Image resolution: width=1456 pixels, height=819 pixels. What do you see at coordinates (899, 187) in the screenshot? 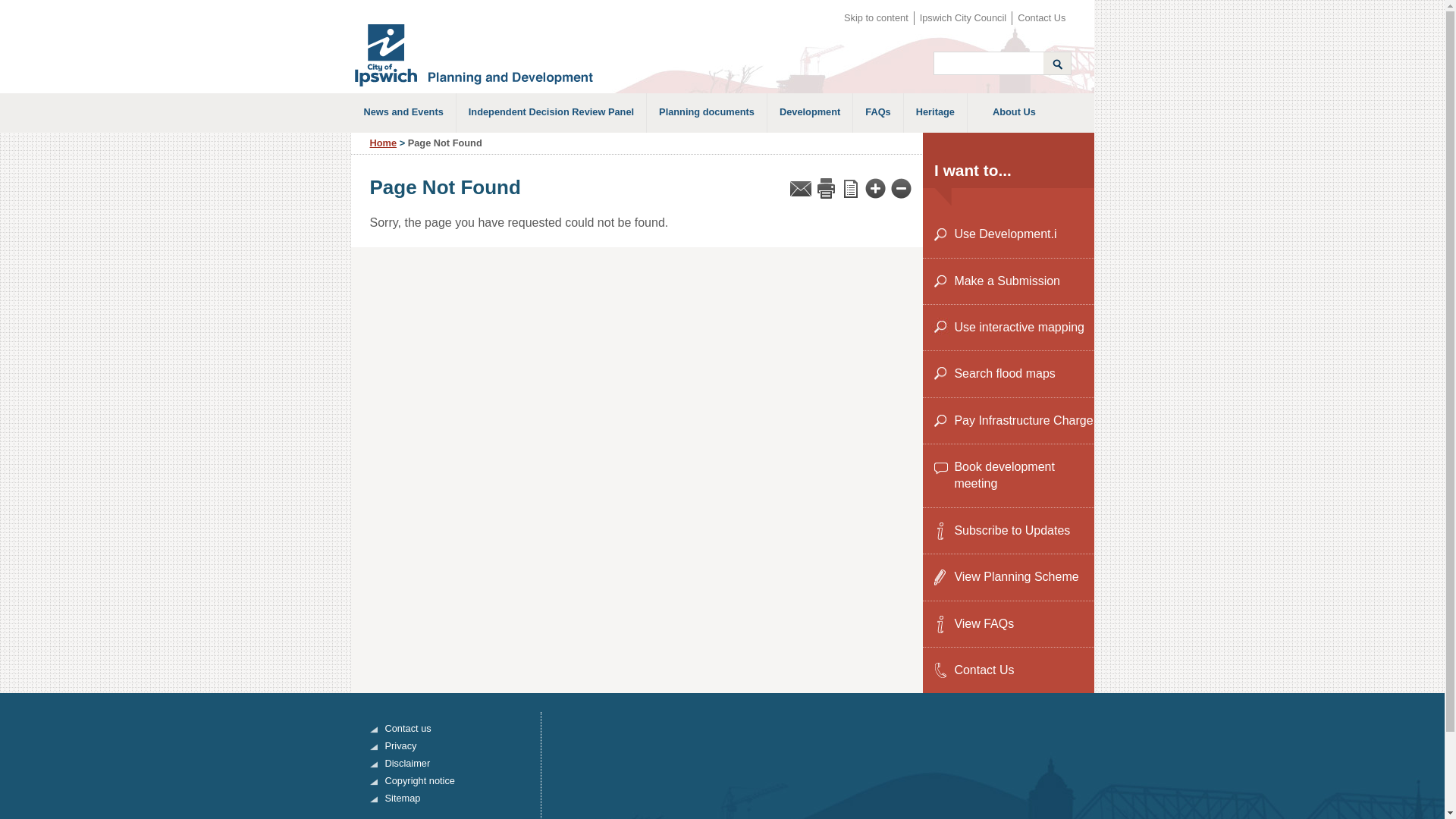
I see `'Decrease font size'` at bounding box center [899, 187].